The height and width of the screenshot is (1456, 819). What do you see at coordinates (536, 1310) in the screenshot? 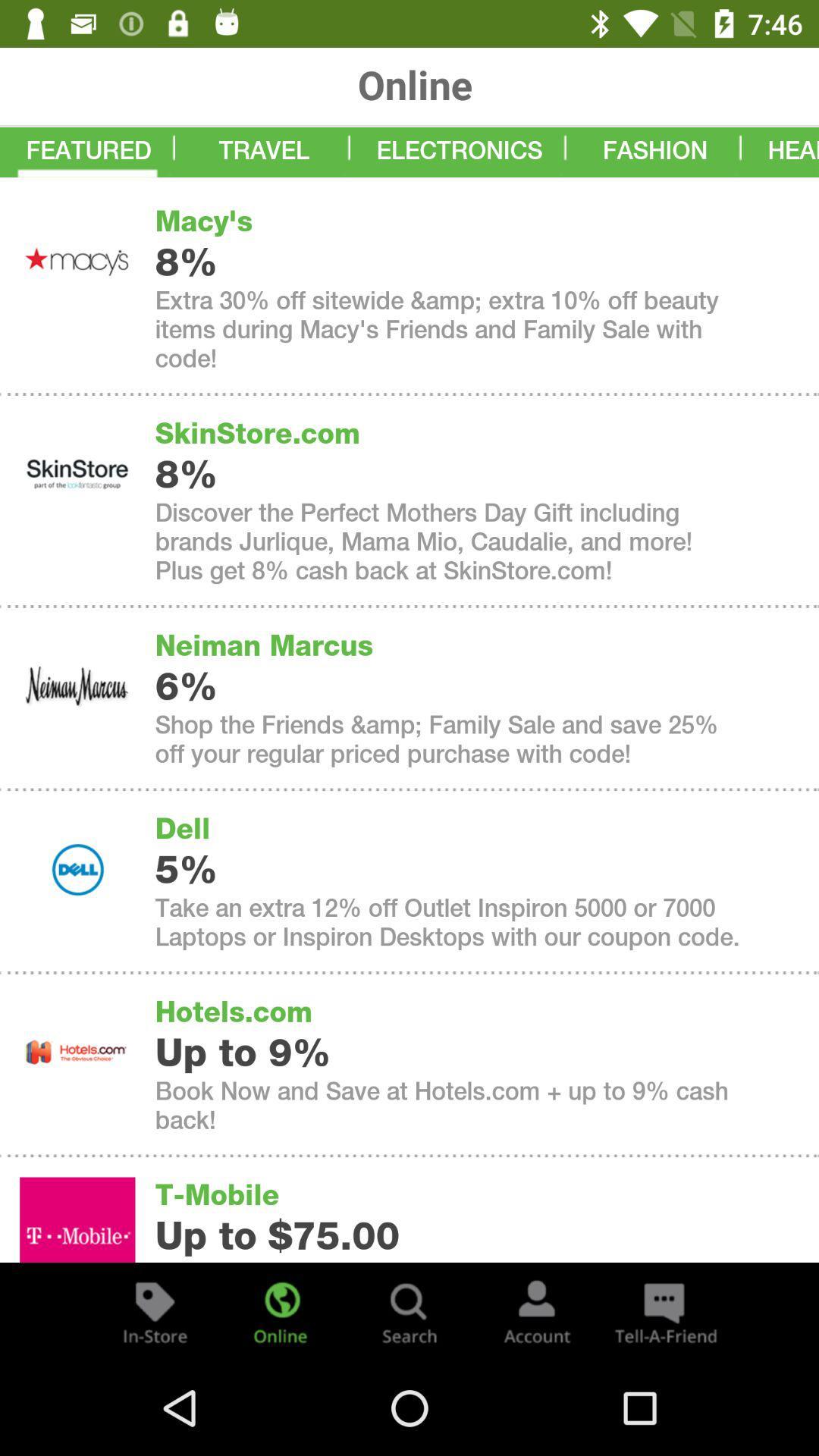
I see `the avatar icon` at bounding box center [536, 1310].